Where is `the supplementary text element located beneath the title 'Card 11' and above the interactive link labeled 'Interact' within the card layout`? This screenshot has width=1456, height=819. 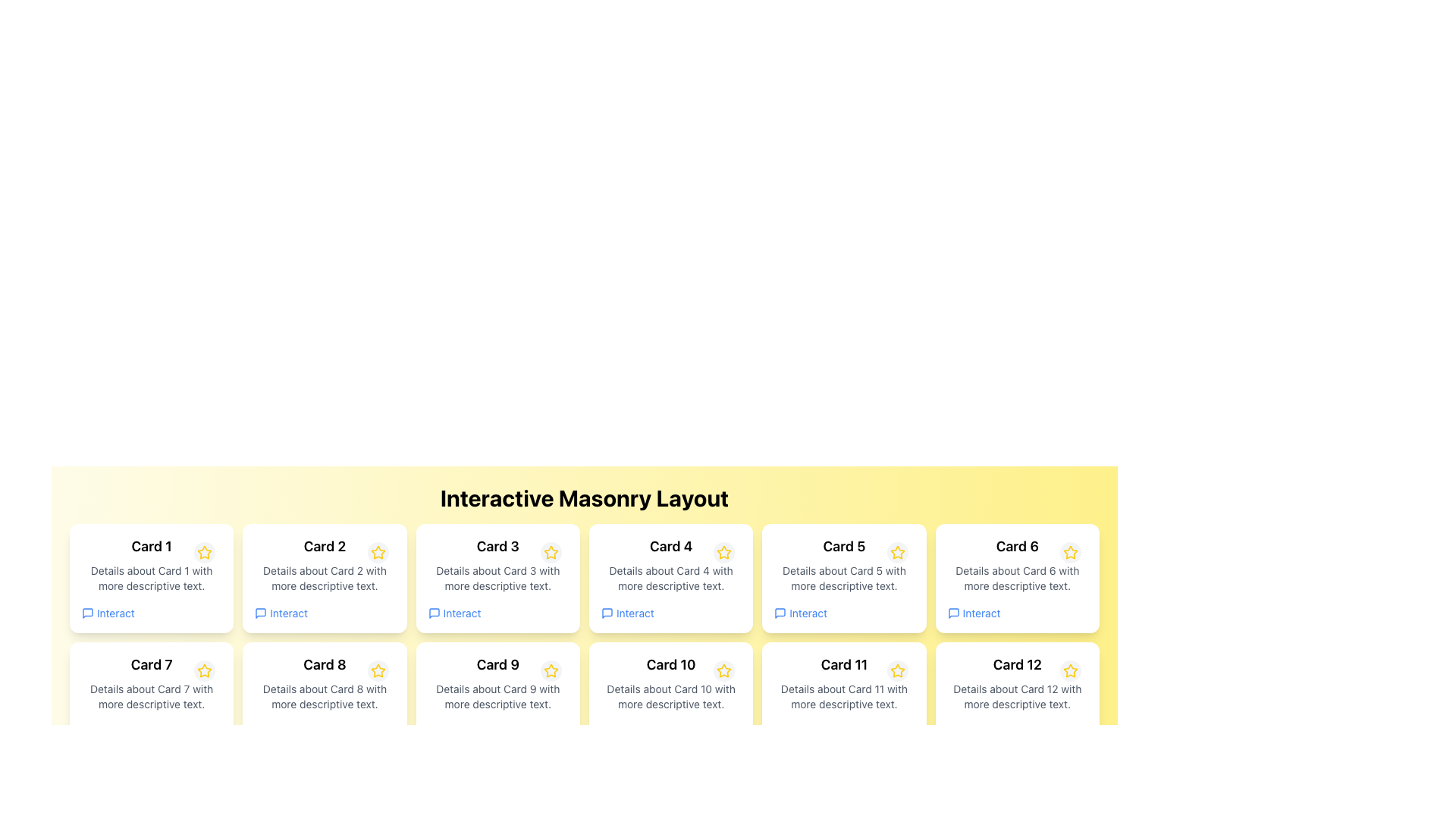 the supplementary text element located beneath the title 'Card 11' and above the interactive link labeled 'Interact' within the card layout is located at coordinates (843, 696).